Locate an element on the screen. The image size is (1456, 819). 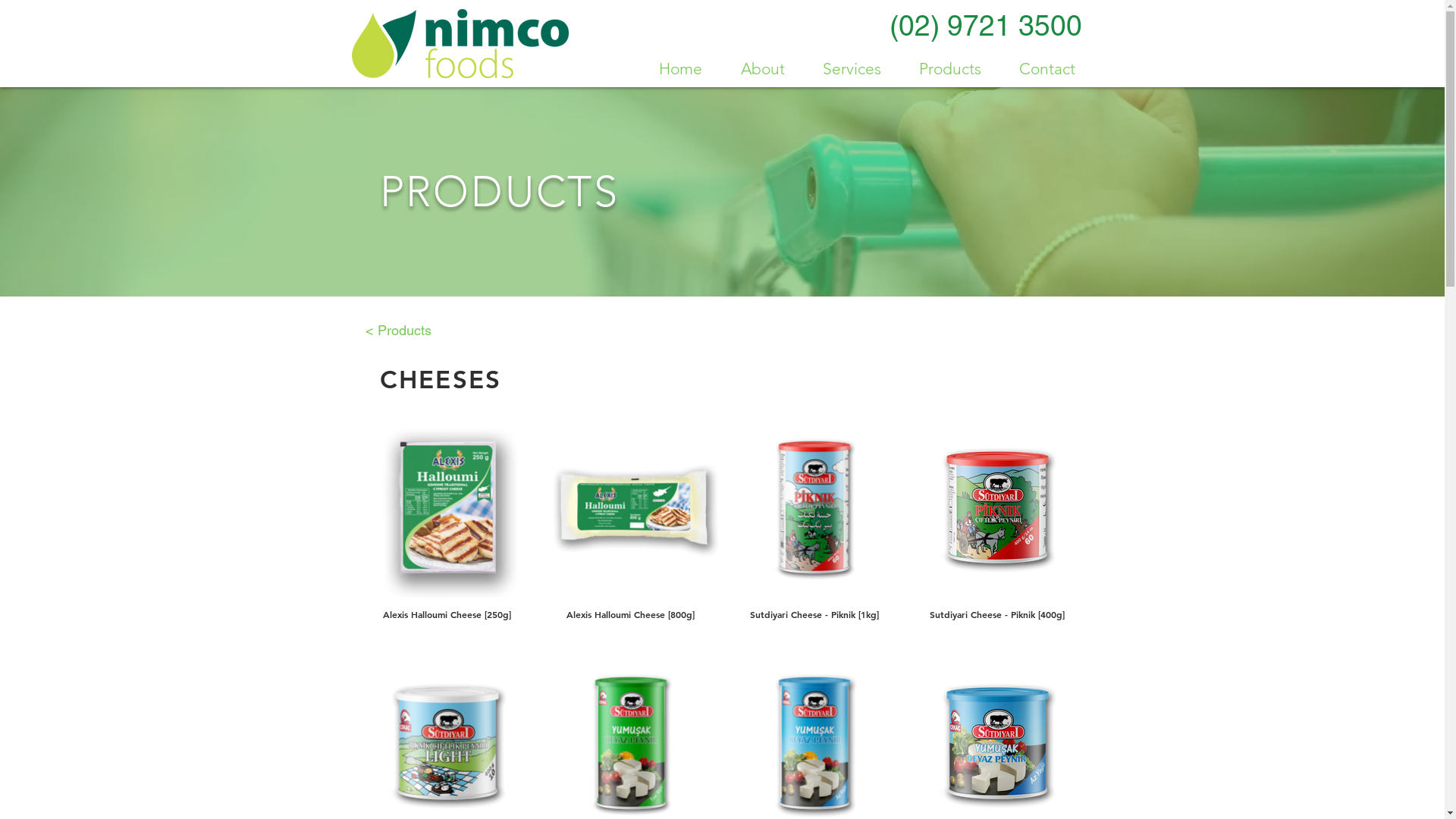
'Contact' is located at coordinates (1046, 68).